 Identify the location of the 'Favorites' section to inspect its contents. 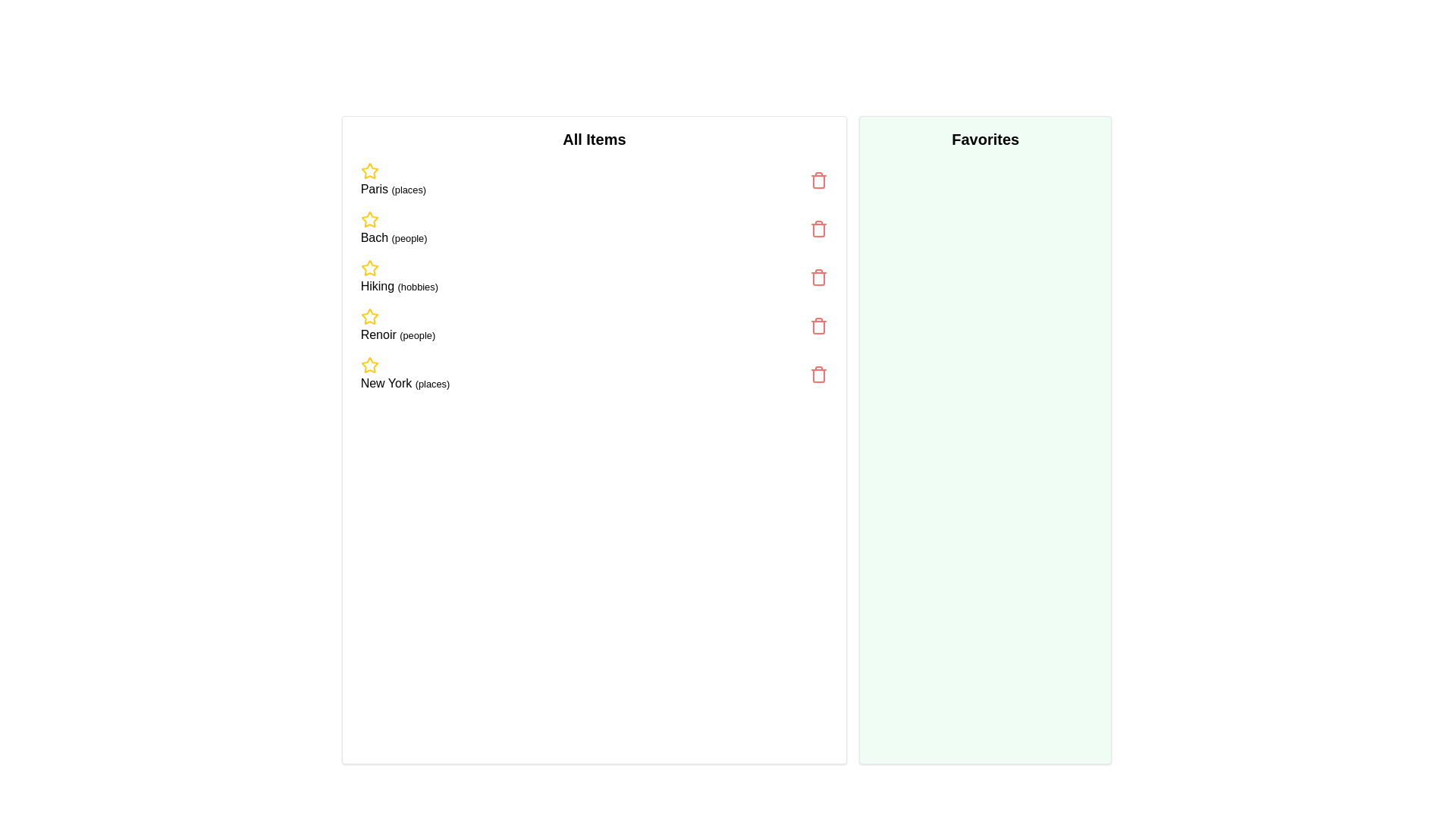
(985, 140).